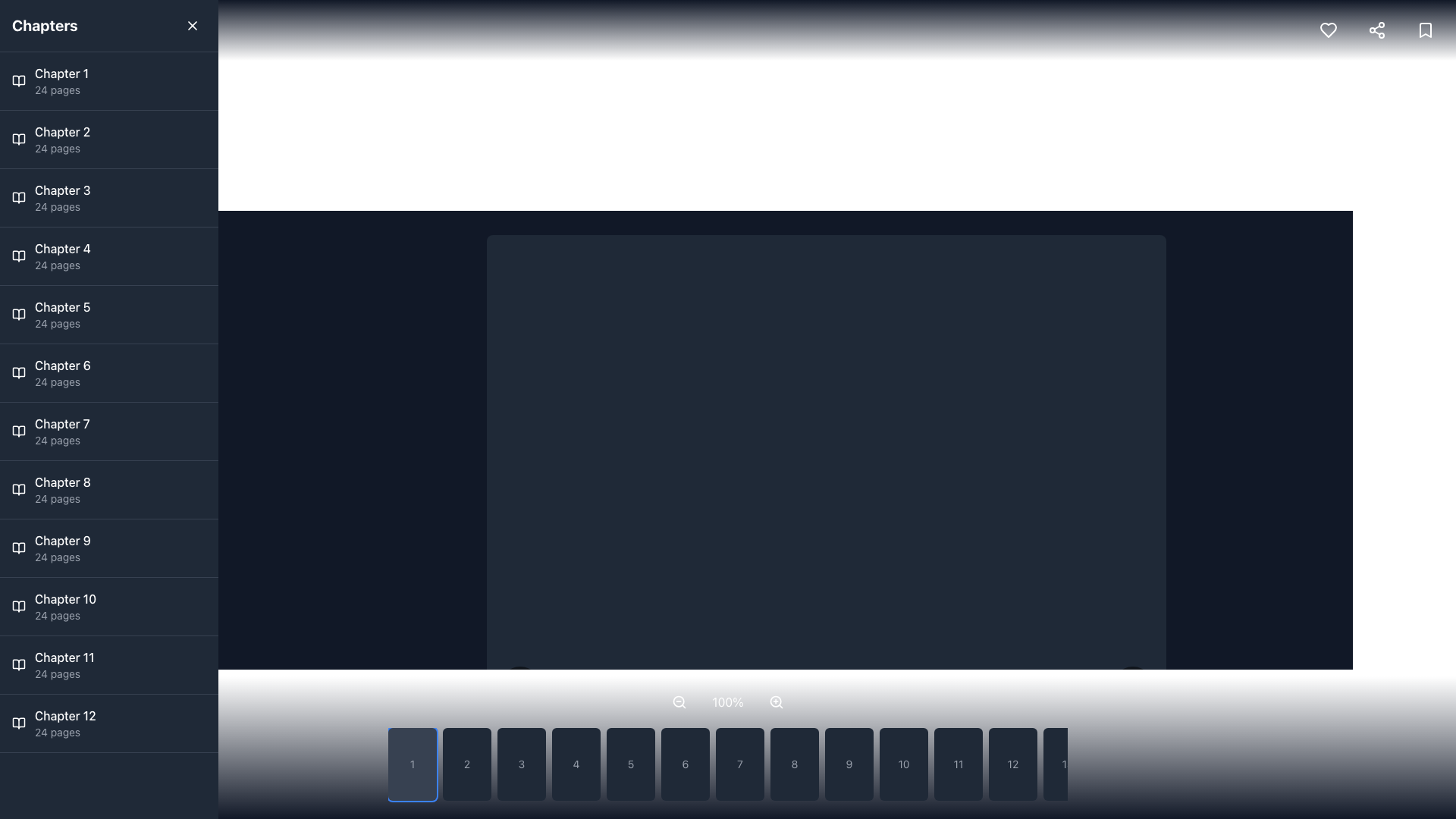  What do you see at coordinates (1425, 30) in the screenshot?
I see `the rounded bookmark icon button located in the top-right corner of the interface` at bounding box center [1425, 30].